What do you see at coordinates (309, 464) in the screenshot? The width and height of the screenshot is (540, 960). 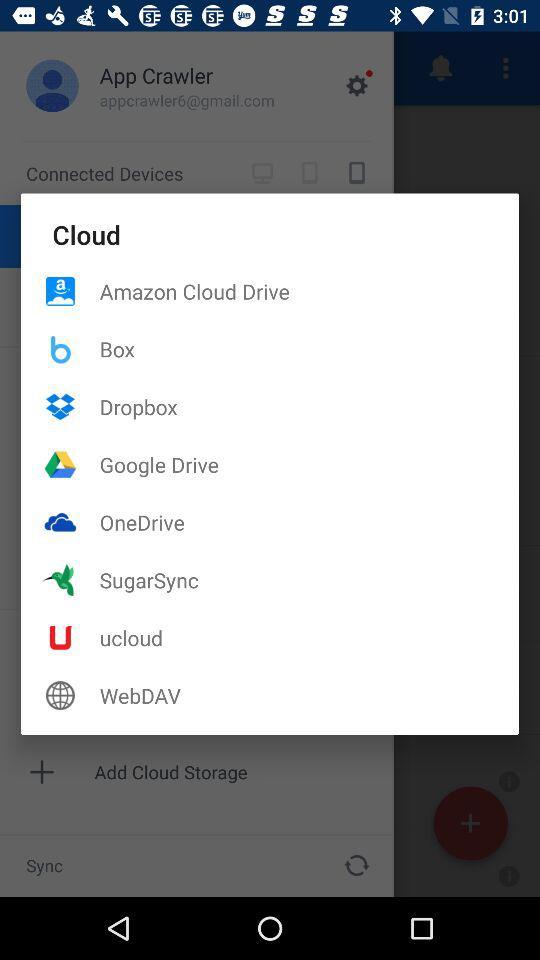 I see `item below dropbox item` at bounding box center [309, 464].